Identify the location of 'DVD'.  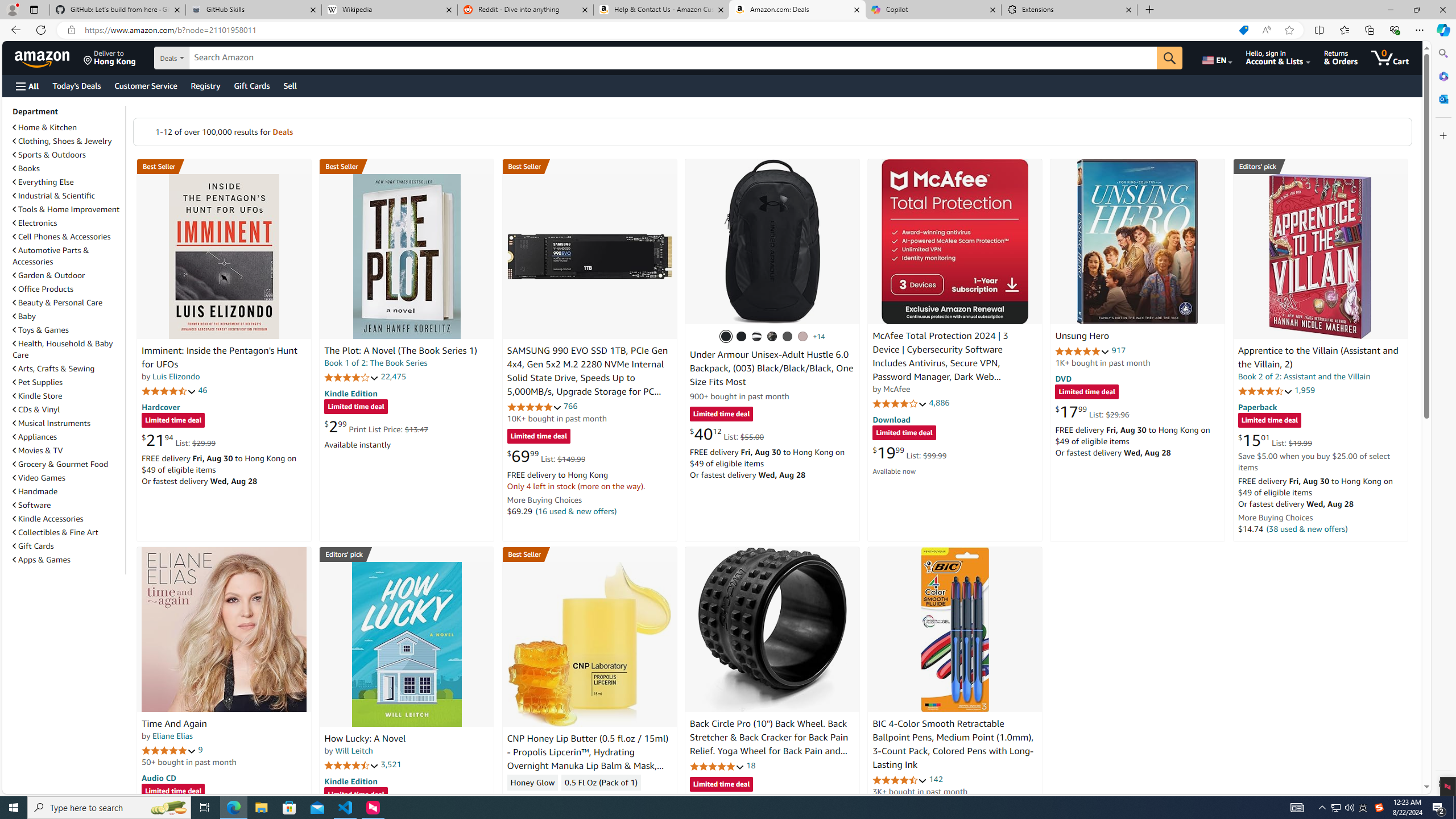
(1064, 379).